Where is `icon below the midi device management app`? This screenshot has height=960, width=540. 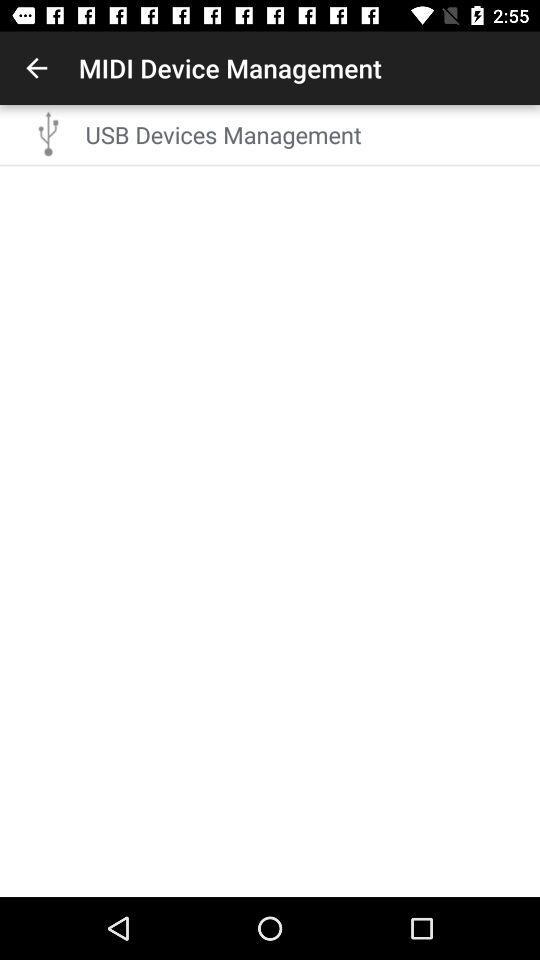
icon below the midi device management app is located at coordinates (306, 133).